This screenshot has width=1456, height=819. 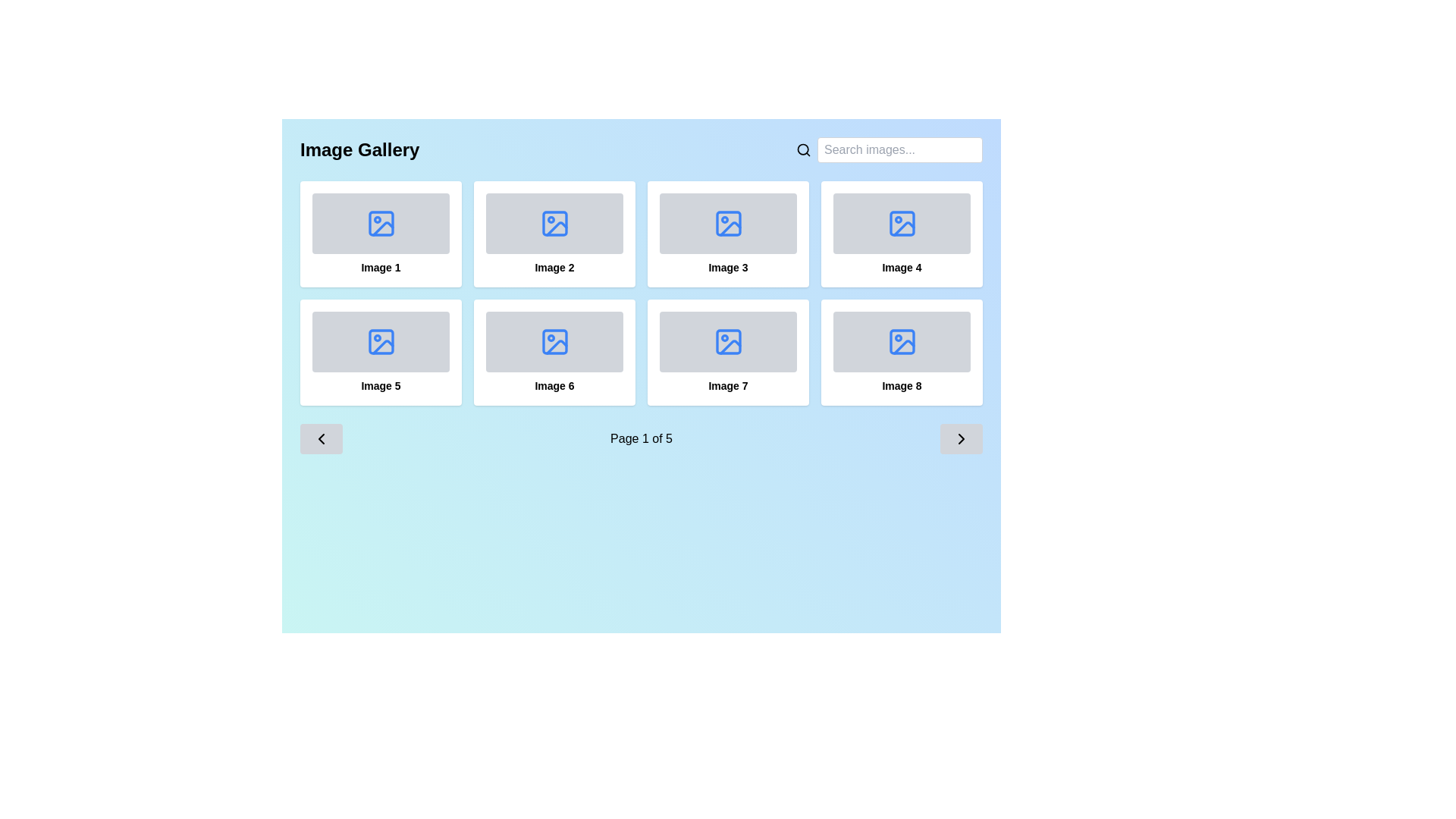 I want to click on text of the label 'Image 7' located beneath the seventh image in the grid, which is styled in bold and centered alignment, so click(x=728, y=385).